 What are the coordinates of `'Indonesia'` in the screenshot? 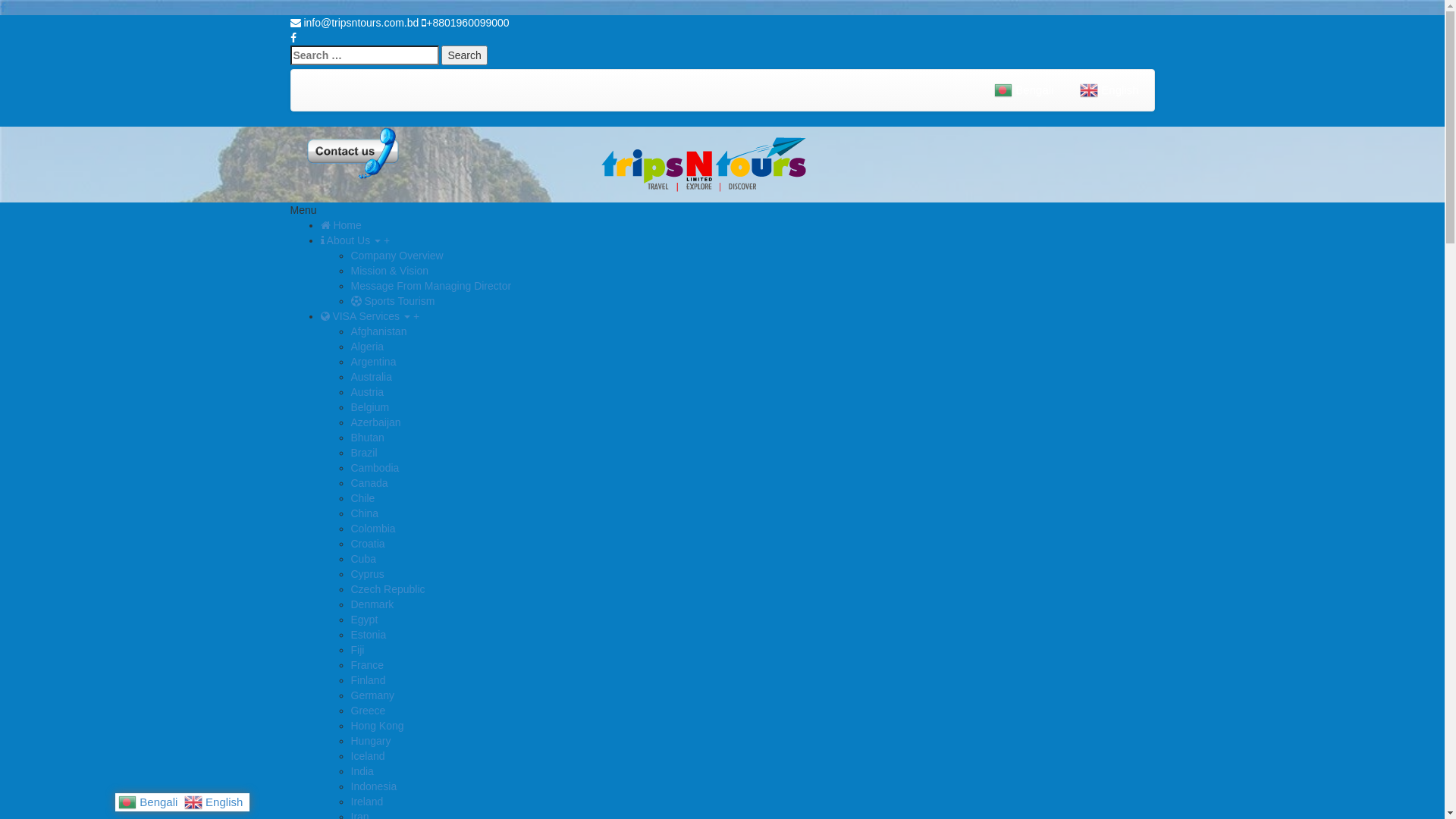 It's located at (349, 786).